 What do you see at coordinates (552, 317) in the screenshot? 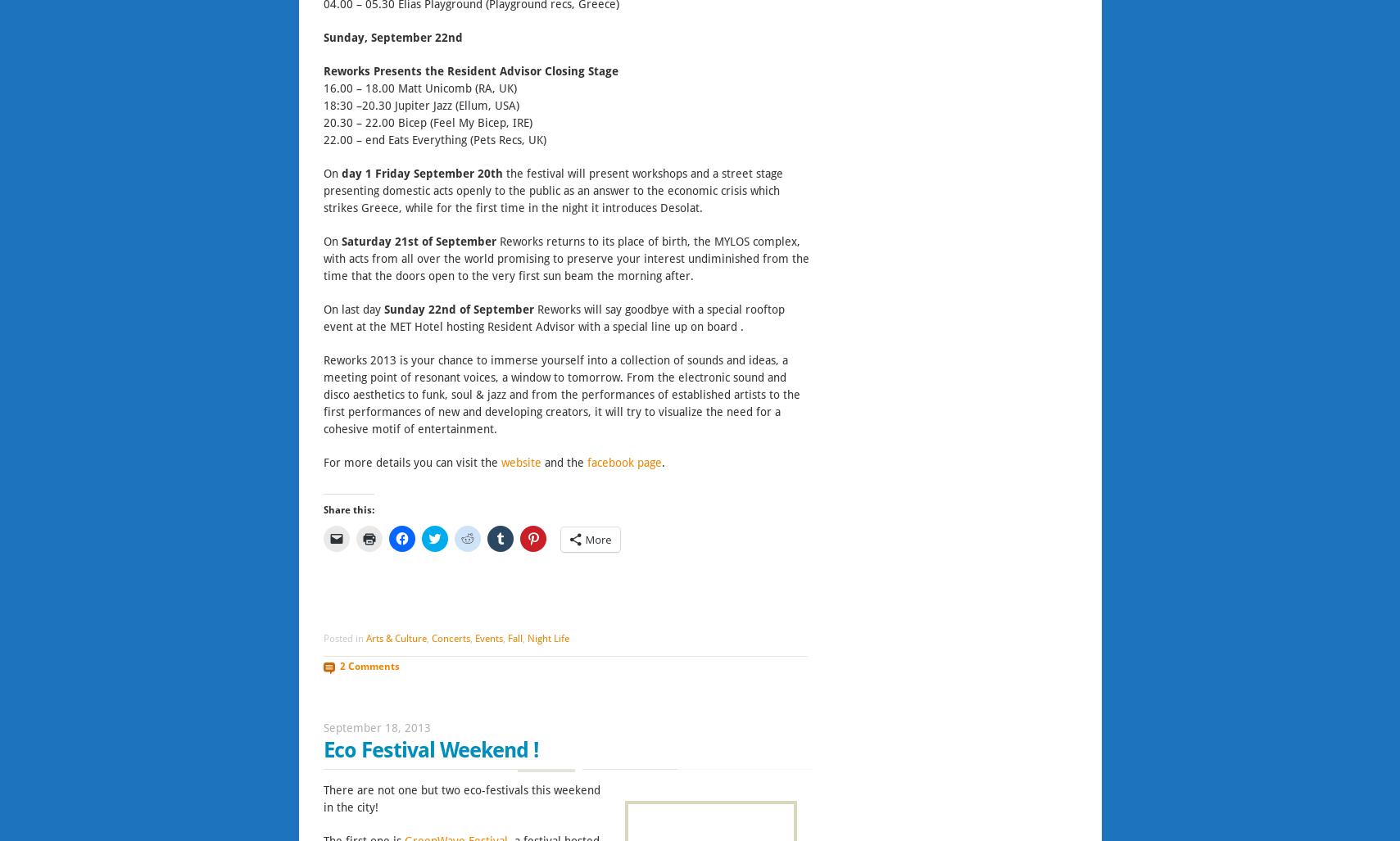
I see `'Reworks will say goodbye with a special rooftop event at the MET Hotel hosting Resident Advisor with a special line up on board .'` at bounding box center [552, 317].